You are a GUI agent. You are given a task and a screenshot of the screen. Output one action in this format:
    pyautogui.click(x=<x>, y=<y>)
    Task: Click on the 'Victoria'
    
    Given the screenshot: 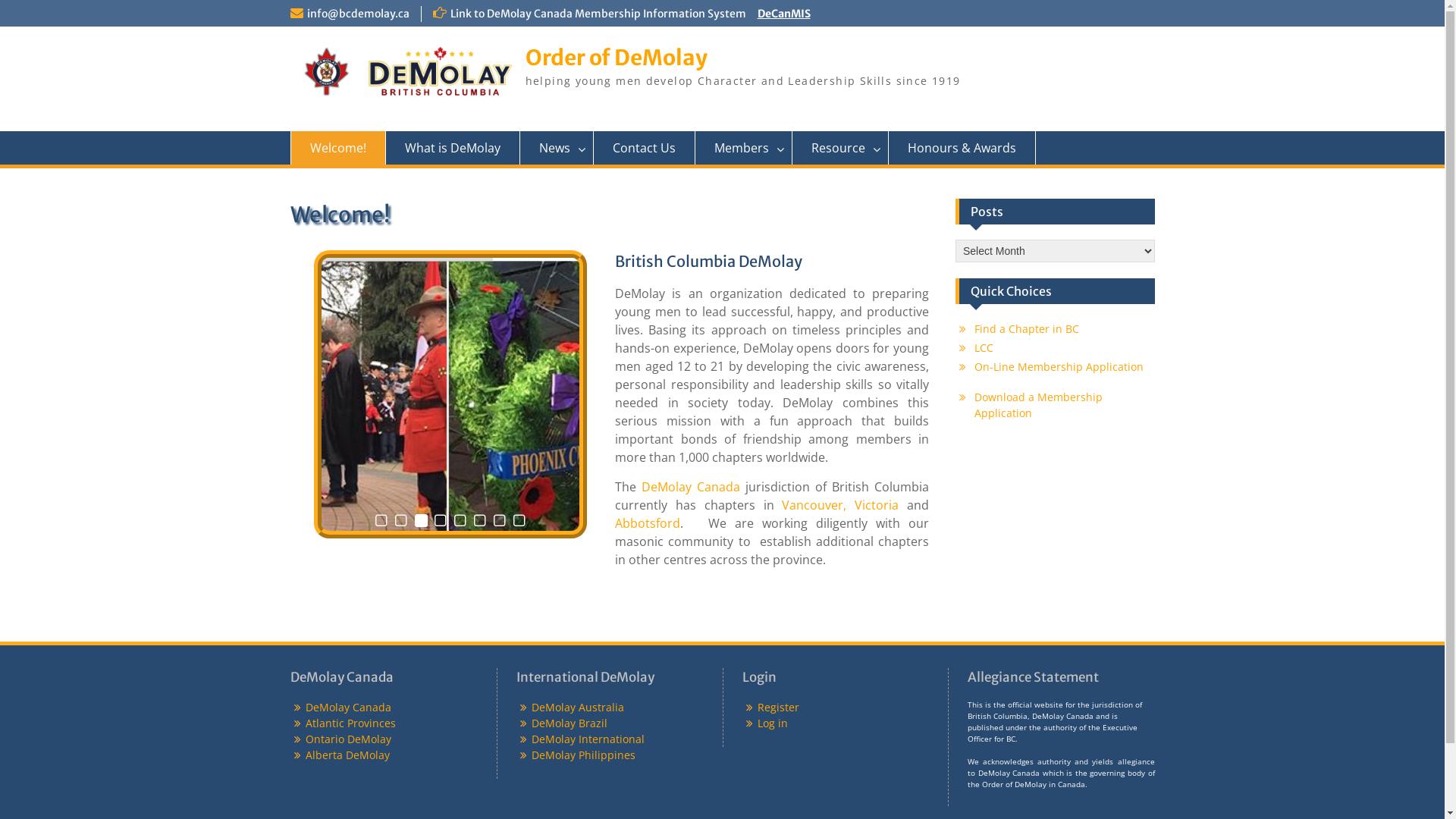 What is the action you would take?
    pyautogui.click(x=877, y=505)
    